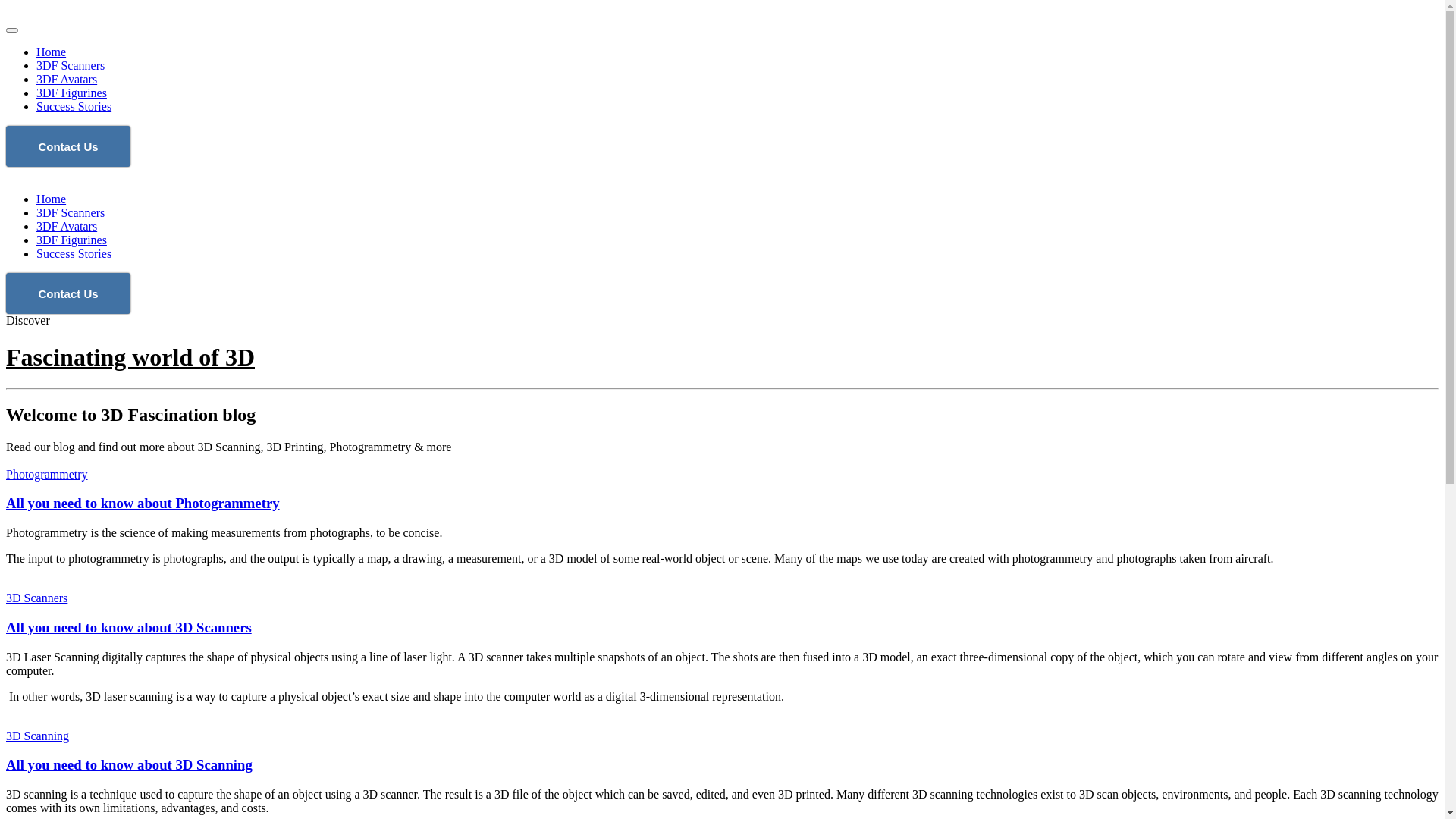 Image resolution: width=1456 pixels, height=819 pixels. I want to click on 'Photogrammetry', so click(47, 473).